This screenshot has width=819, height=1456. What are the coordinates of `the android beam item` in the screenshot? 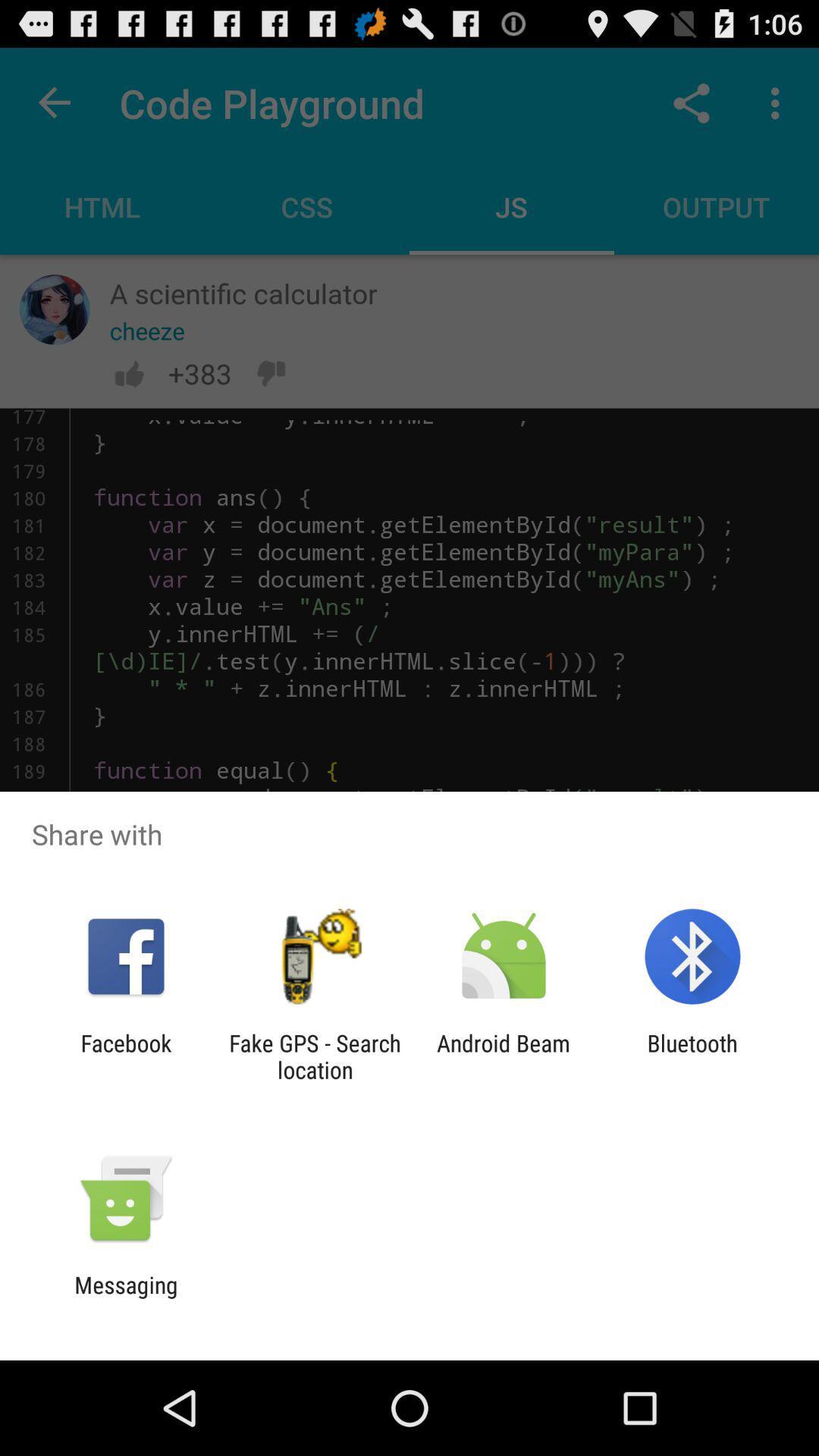 It's located at (504, 1056).